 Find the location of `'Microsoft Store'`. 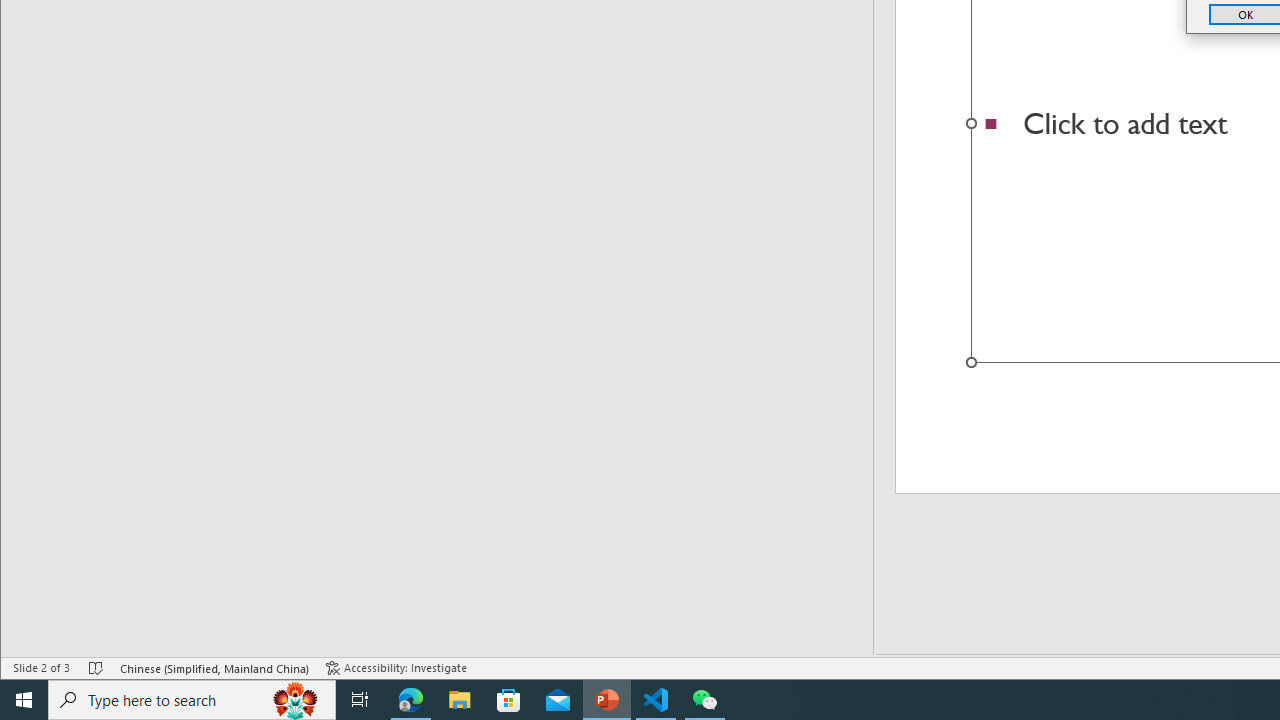

'Microsoft Store' is located at coordinates (509, 698).